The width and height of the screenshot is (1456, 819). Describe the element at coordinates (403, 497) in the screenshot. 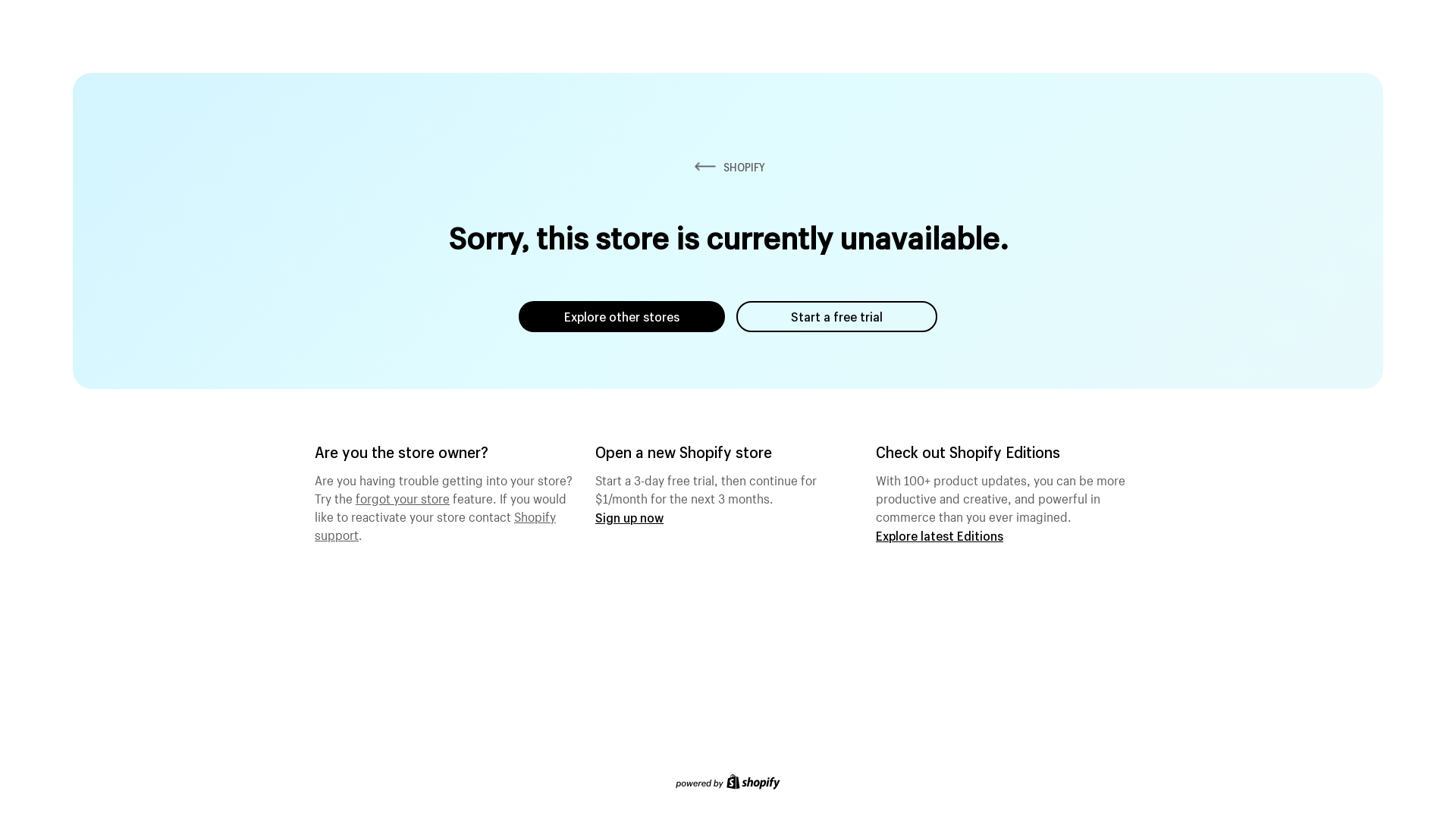

I see `'forgot your store'` at that location.